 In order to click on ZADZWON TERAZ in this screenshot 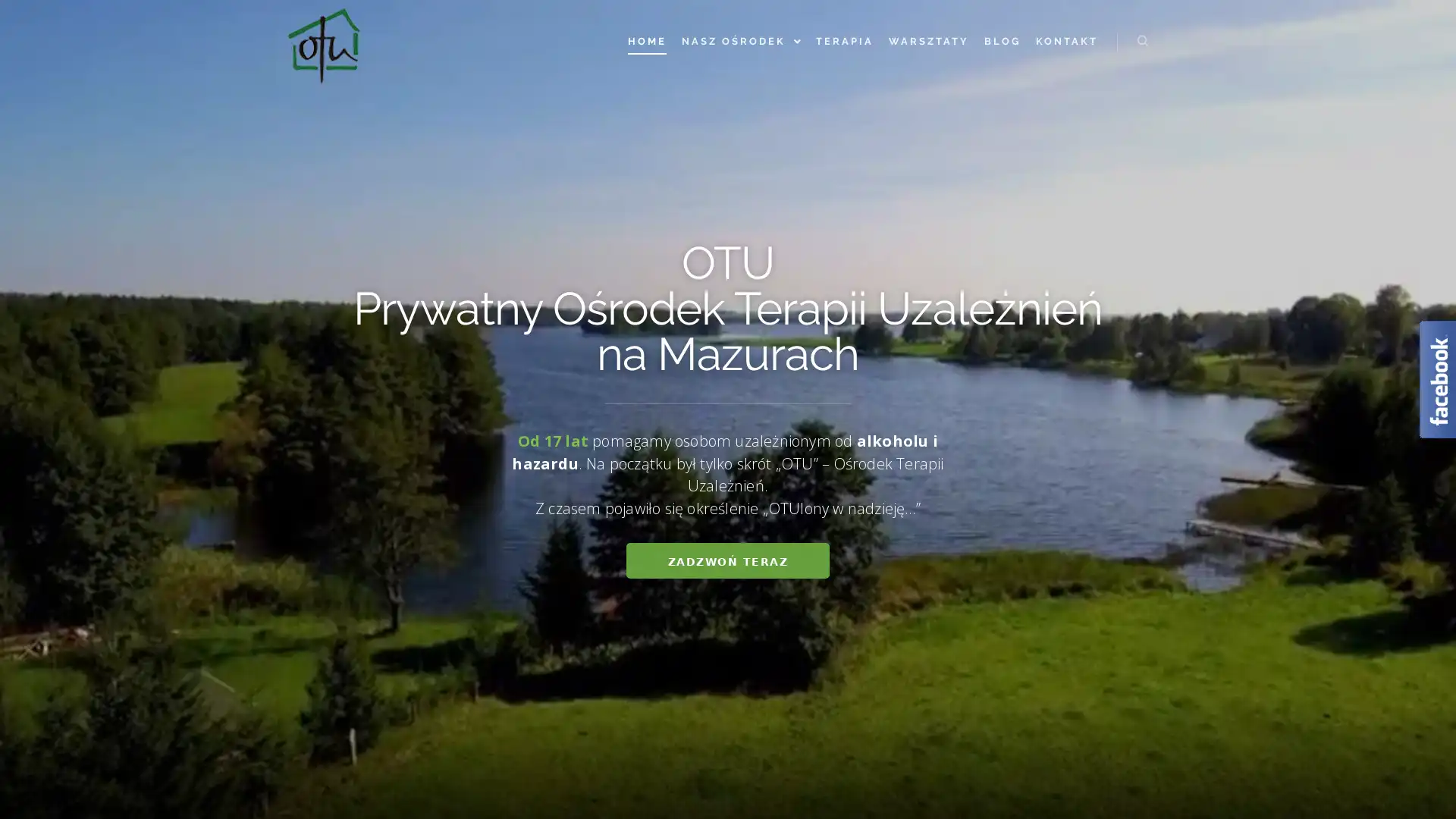, I will do `click(726, 560)`.